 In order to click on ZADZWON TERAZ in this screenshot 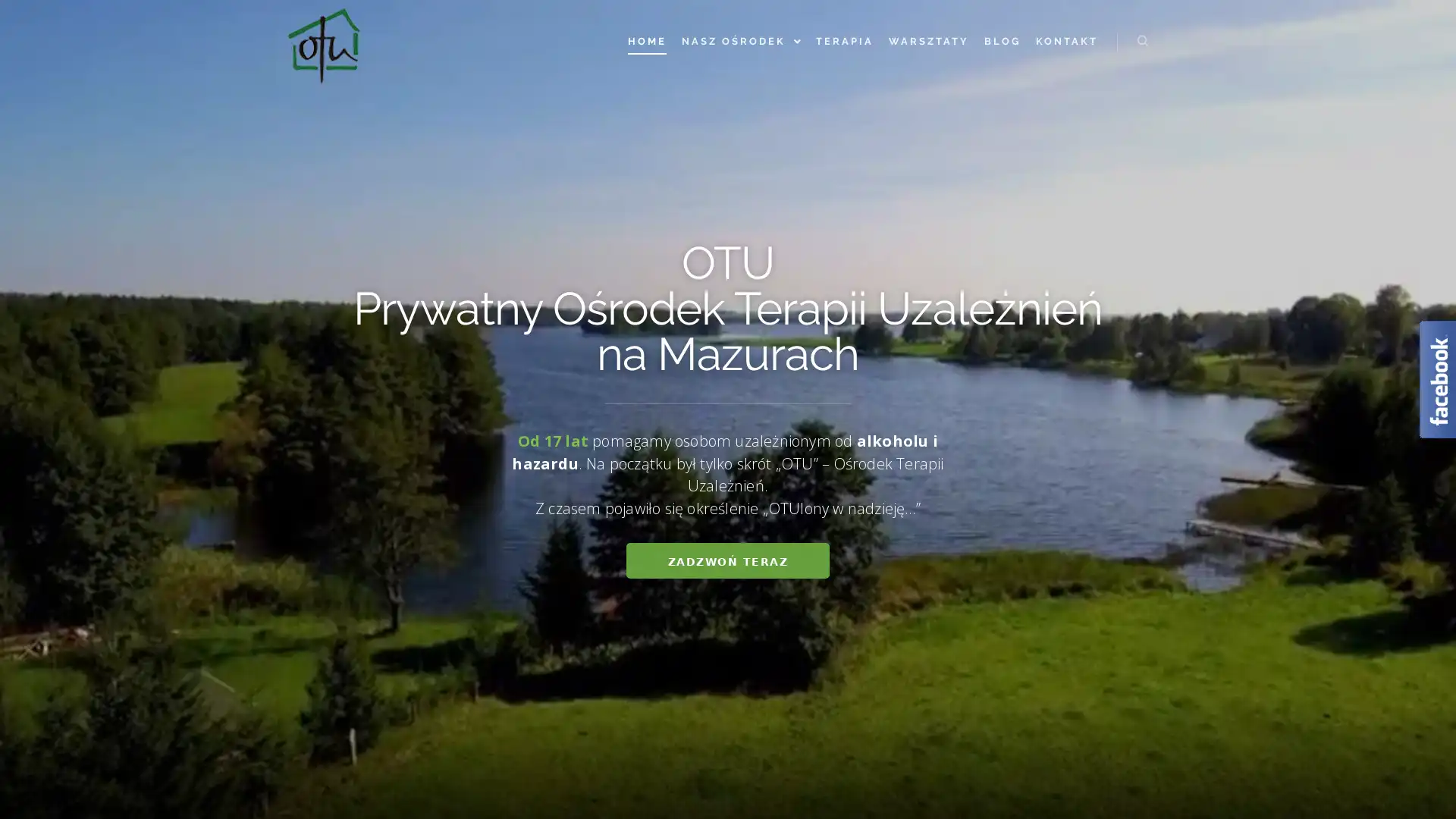, I will do `click(726, 560)`.